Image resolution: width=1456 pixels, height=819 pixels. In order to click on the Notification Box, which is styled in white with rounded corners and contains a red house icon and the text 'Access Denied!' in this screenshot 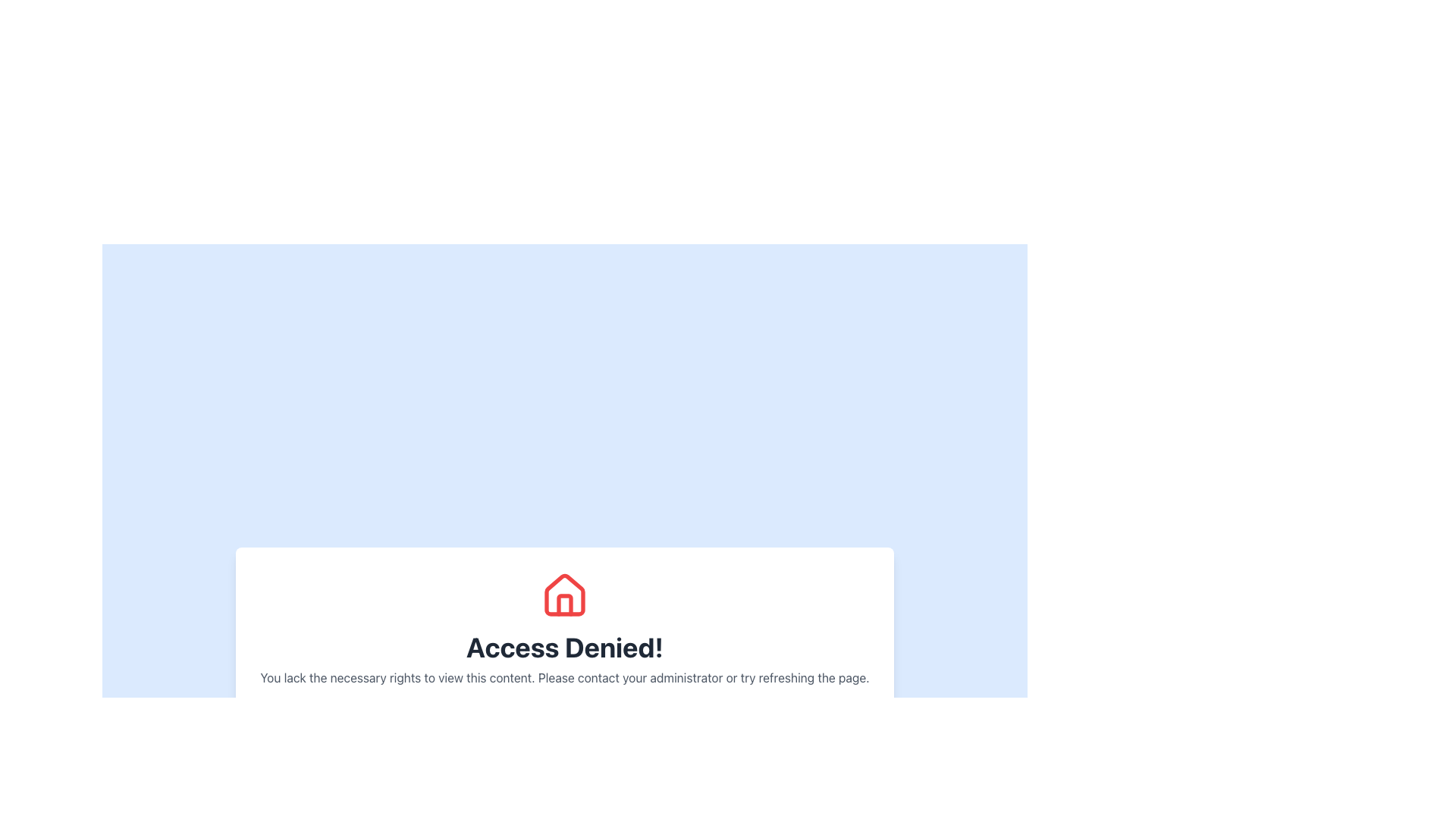, I will do `click(563, 652)`.